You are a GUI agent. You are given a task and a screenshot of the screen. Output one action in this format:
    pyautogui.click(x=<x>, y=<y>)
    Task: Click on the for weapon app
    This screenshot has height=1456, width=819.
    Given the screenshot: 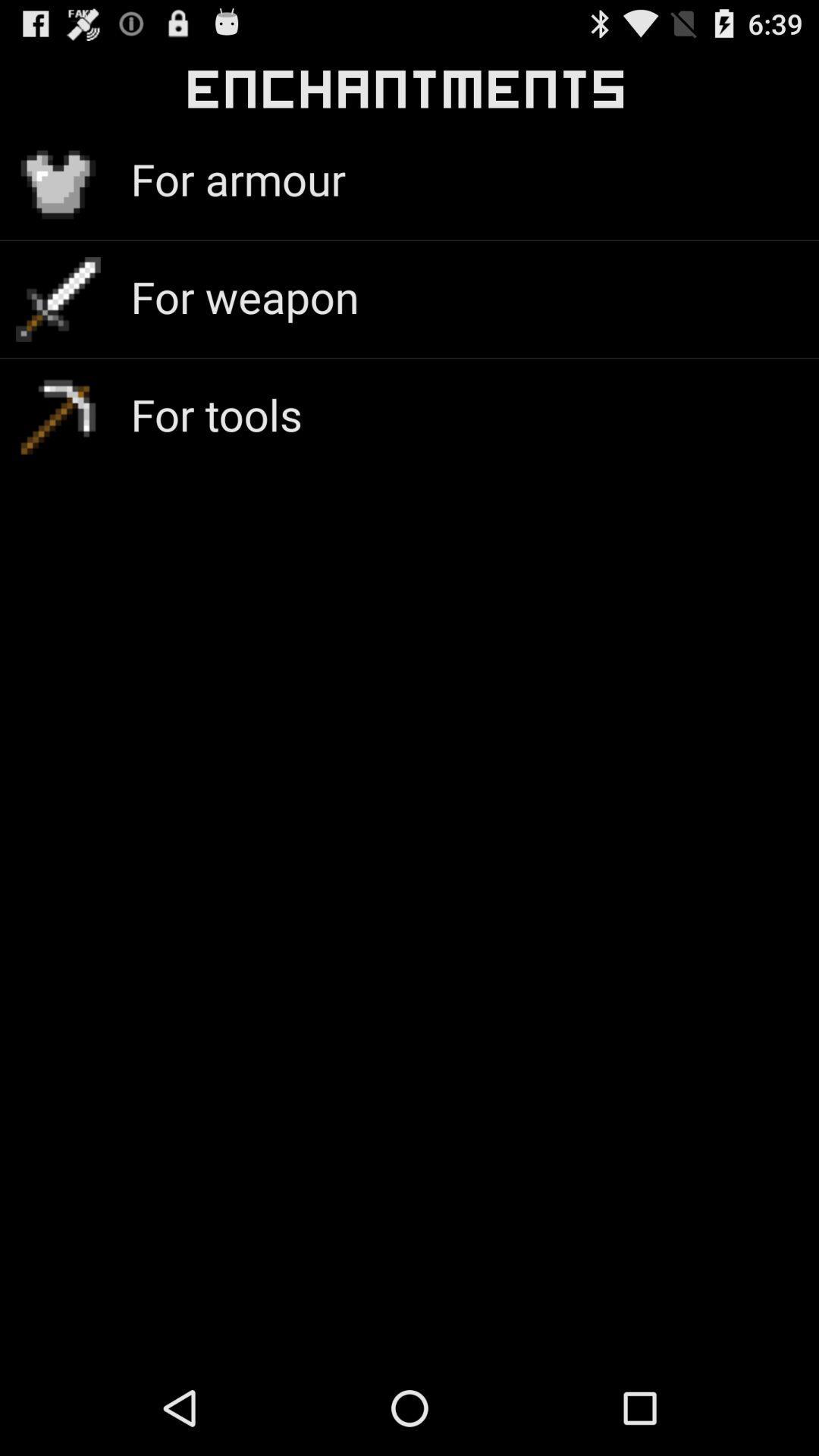 What is the action you would take?
    pyautogui.click(x=243, y=297)
    